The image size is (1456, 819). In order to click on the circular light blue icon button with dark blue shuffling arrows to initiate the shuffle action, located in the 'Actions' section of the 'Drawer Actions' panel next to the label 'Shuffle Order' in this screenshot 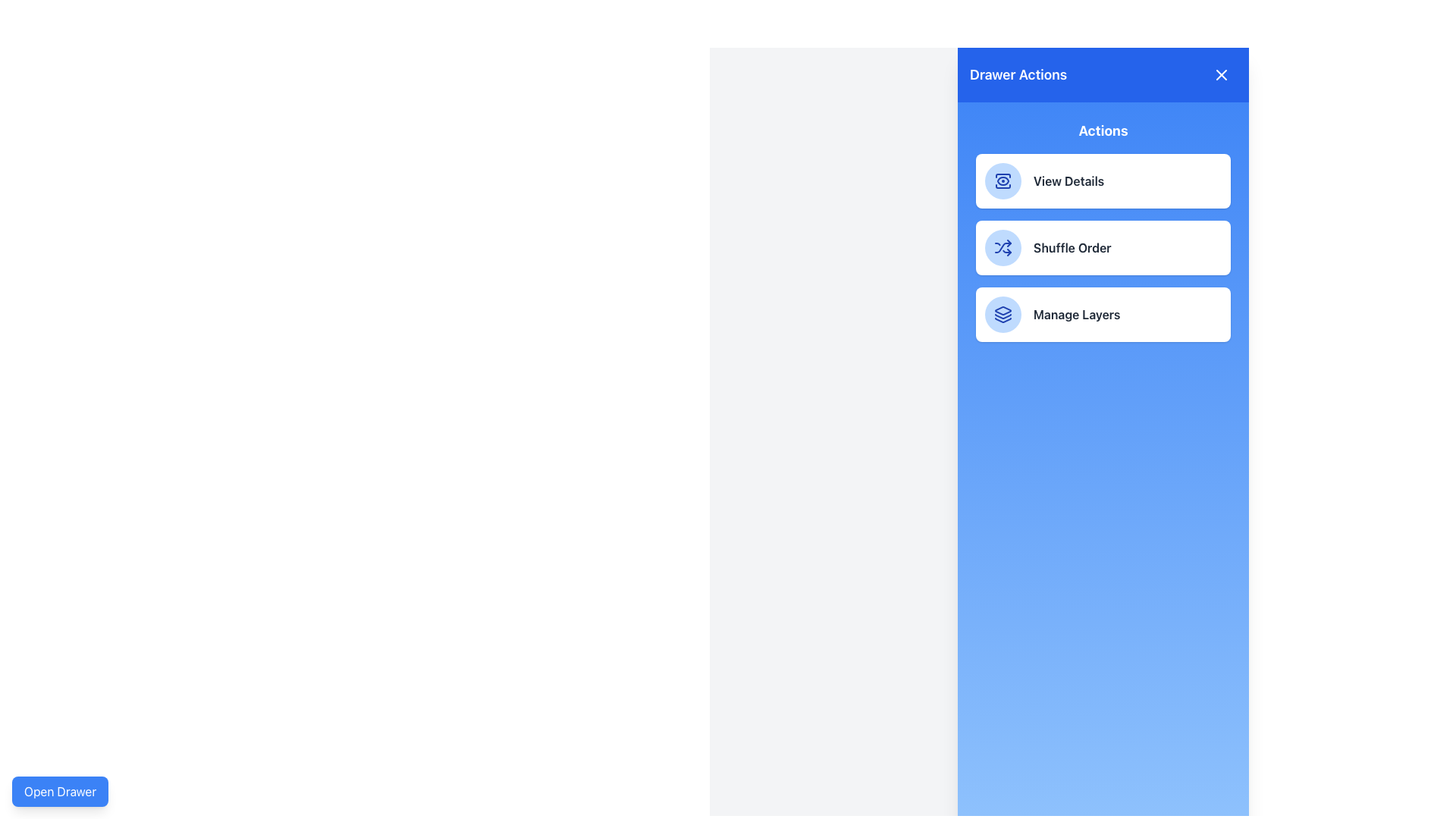, I will do `click(1003, 247)`.